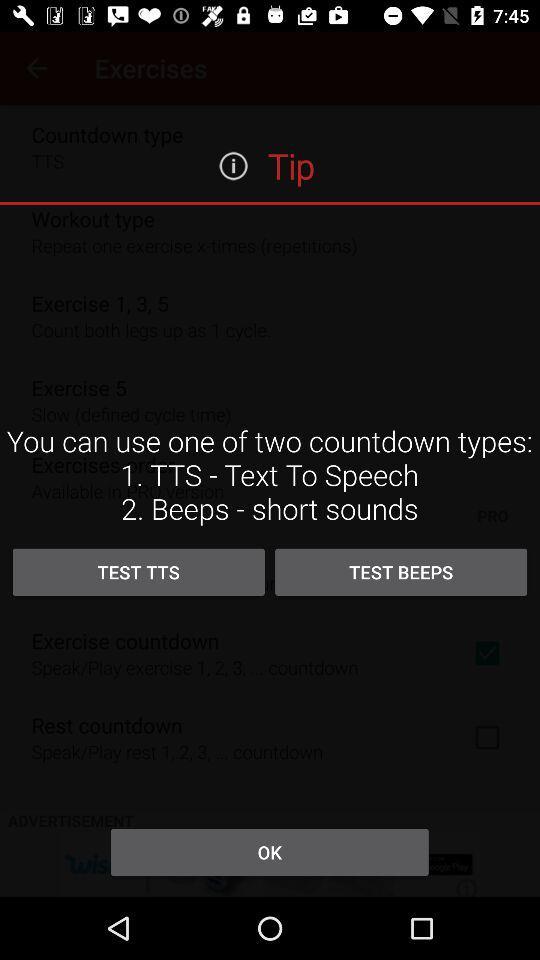  What do you see at coordinates (401, 572) in the screenshot?
I see `the item on the right` at bounding box center [401, 572].